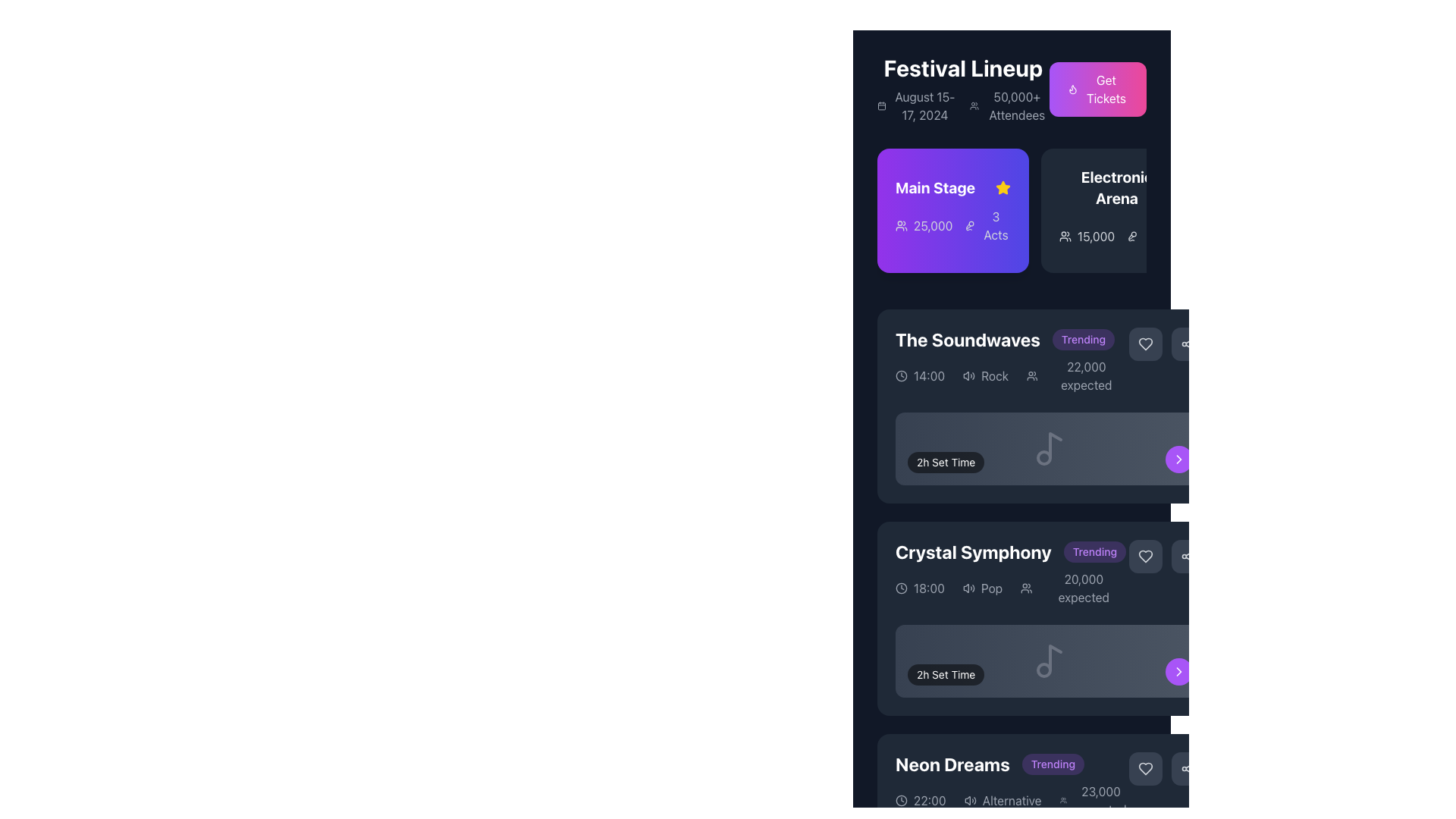 The image size is (1456, 819). What do you see at coordinates (1072, 89) in the screenshot?
I see `the flame-shaped icon indicating 'fire' or 'trending' status located in the 'Festival Lineup' section, to the right of the 'Main Stage' tile` at bounding box center [1072, 89].